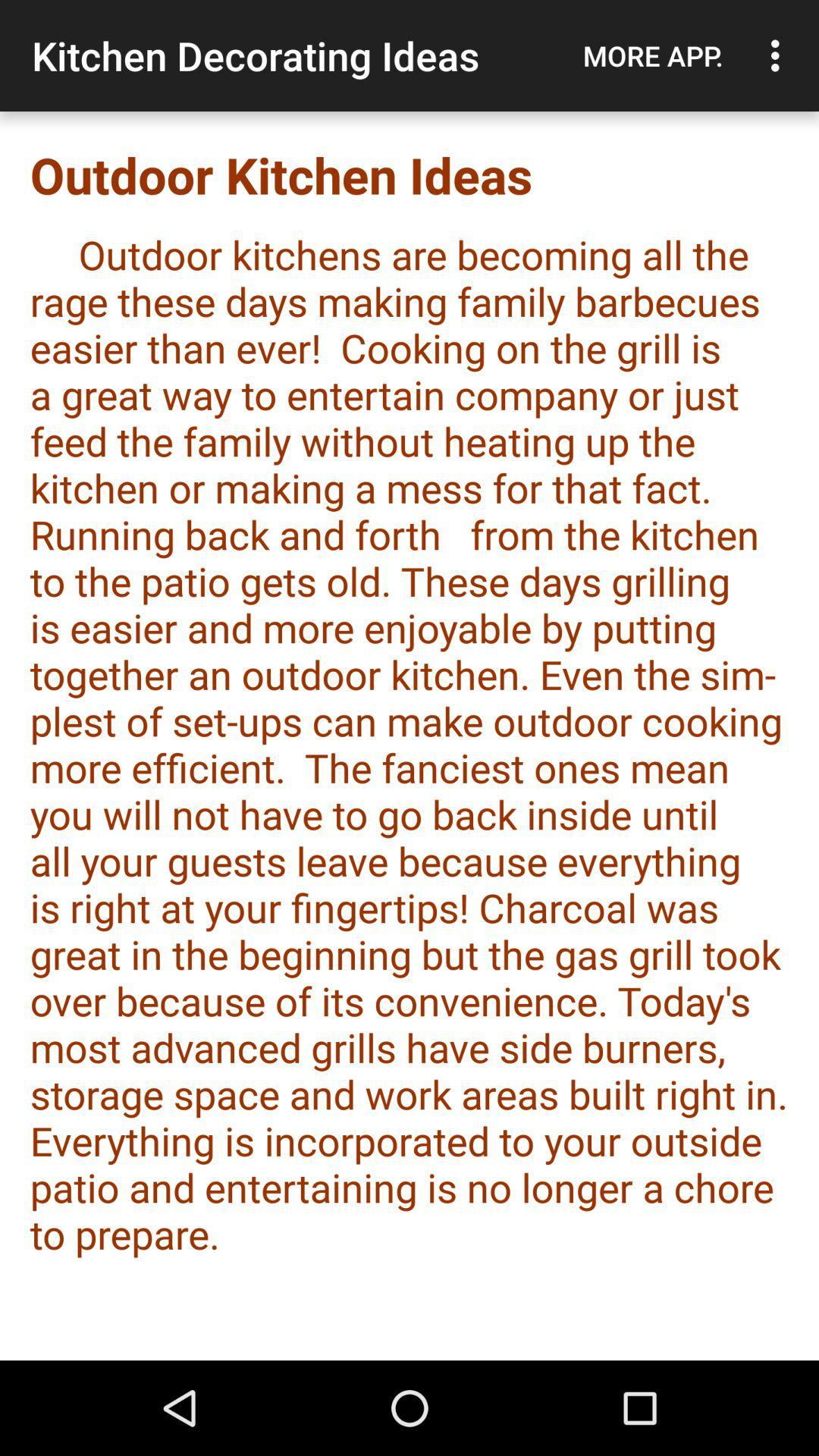 This screenshot has width=819, height=1456. I want to click on the app above the outdoor kitchen ideas, so click(779, 55).